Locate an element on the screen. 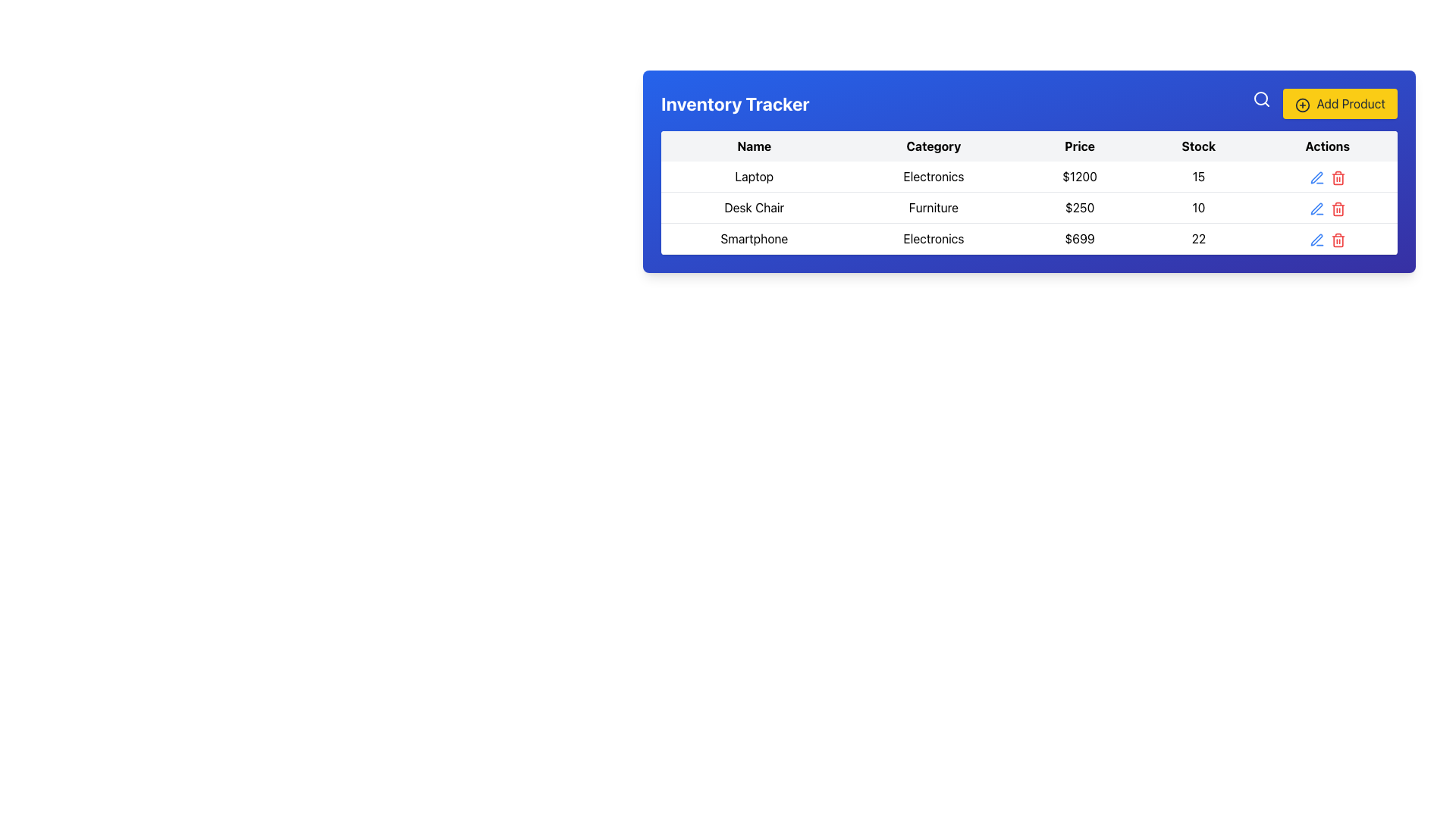 This screenshot has width=1456, height=819. the pen icon in the Icon Button Group located in the last column of the first row under the 'Actions' header, aligned with the 'Laptop' item is located at coordinates (1326, 176).